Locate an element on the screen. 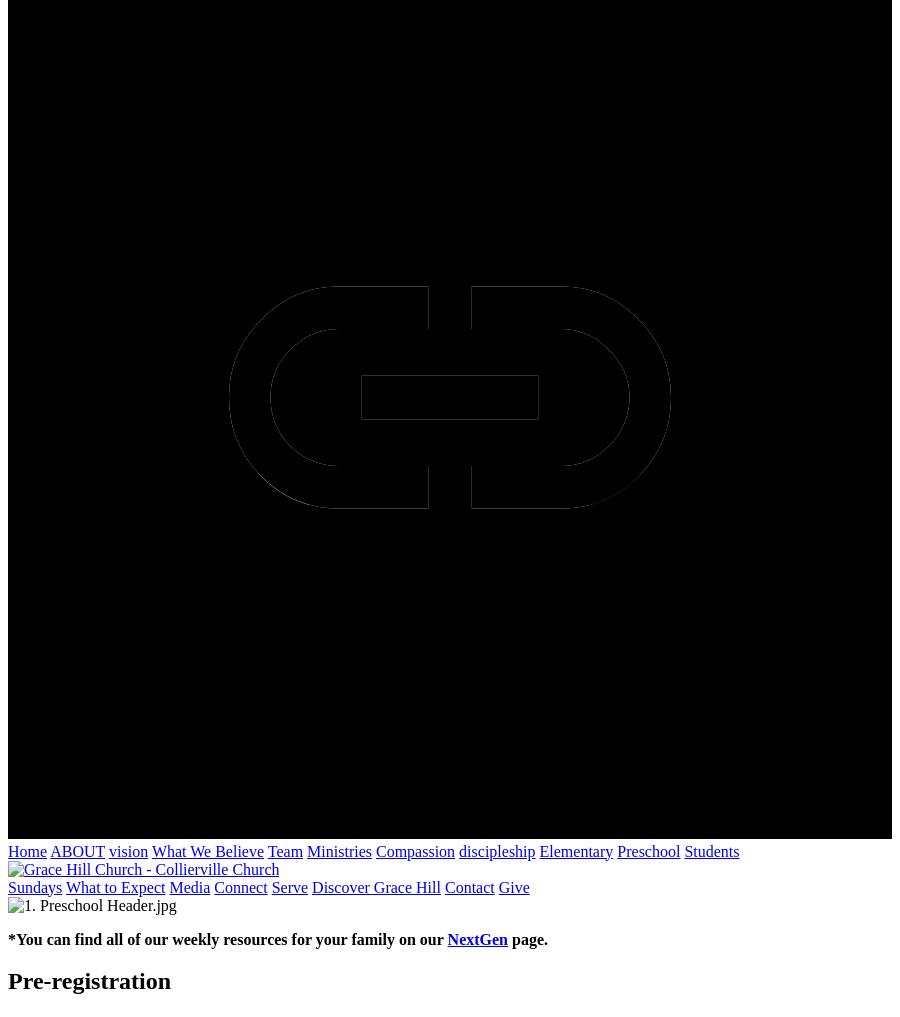  'Compassion' is located at coordinates (375, 850).